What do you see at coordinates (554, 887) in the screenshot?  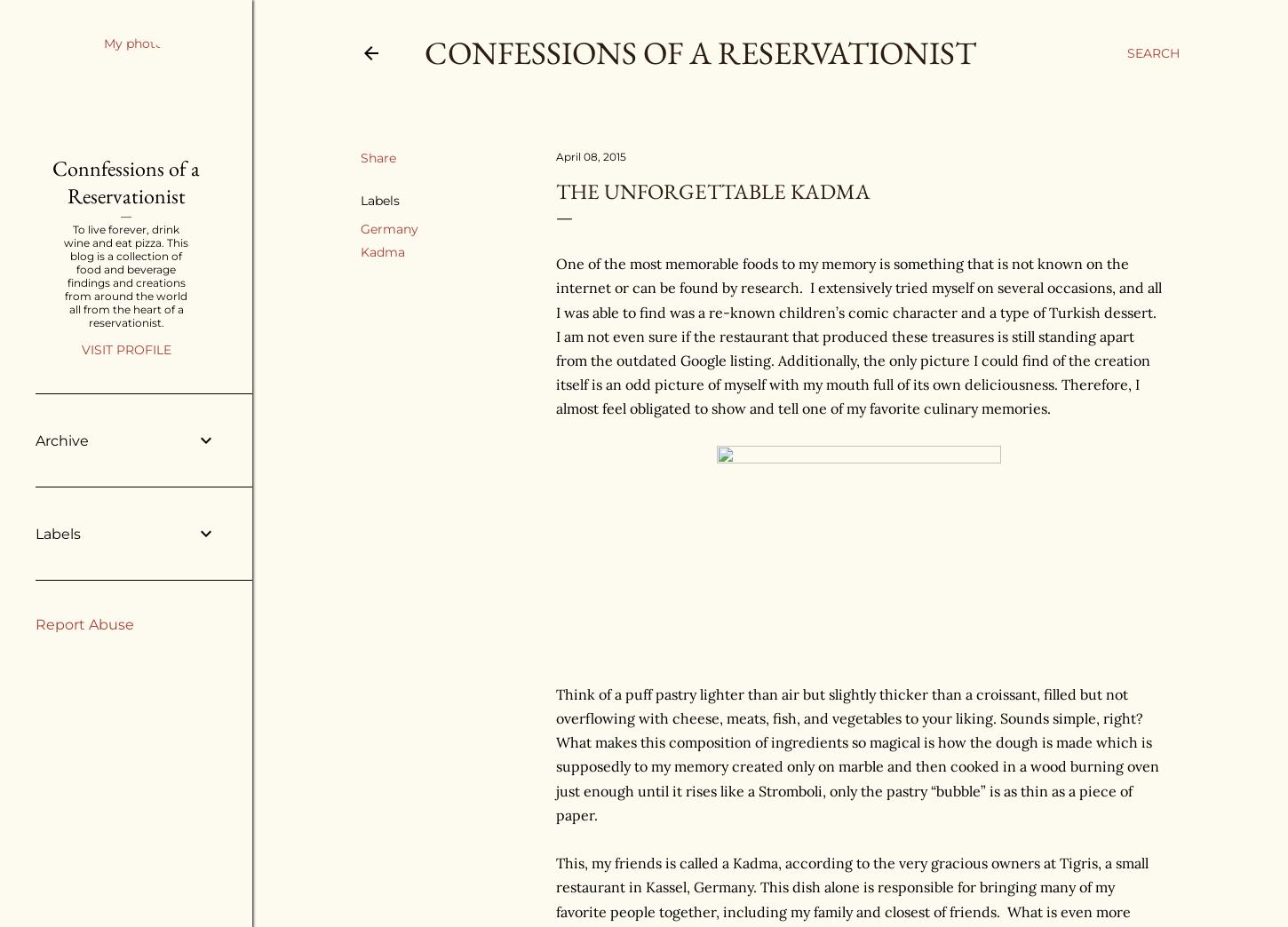 I see `'This, my friends is called a Kadma, according to the very gracious
owners at Tigris, a small restaurant in Kassel, Germany. This dish alone is
responsible for bringing many of my favorite people together, including my
family and closest of friends.'` at bounding box center [554, 887].